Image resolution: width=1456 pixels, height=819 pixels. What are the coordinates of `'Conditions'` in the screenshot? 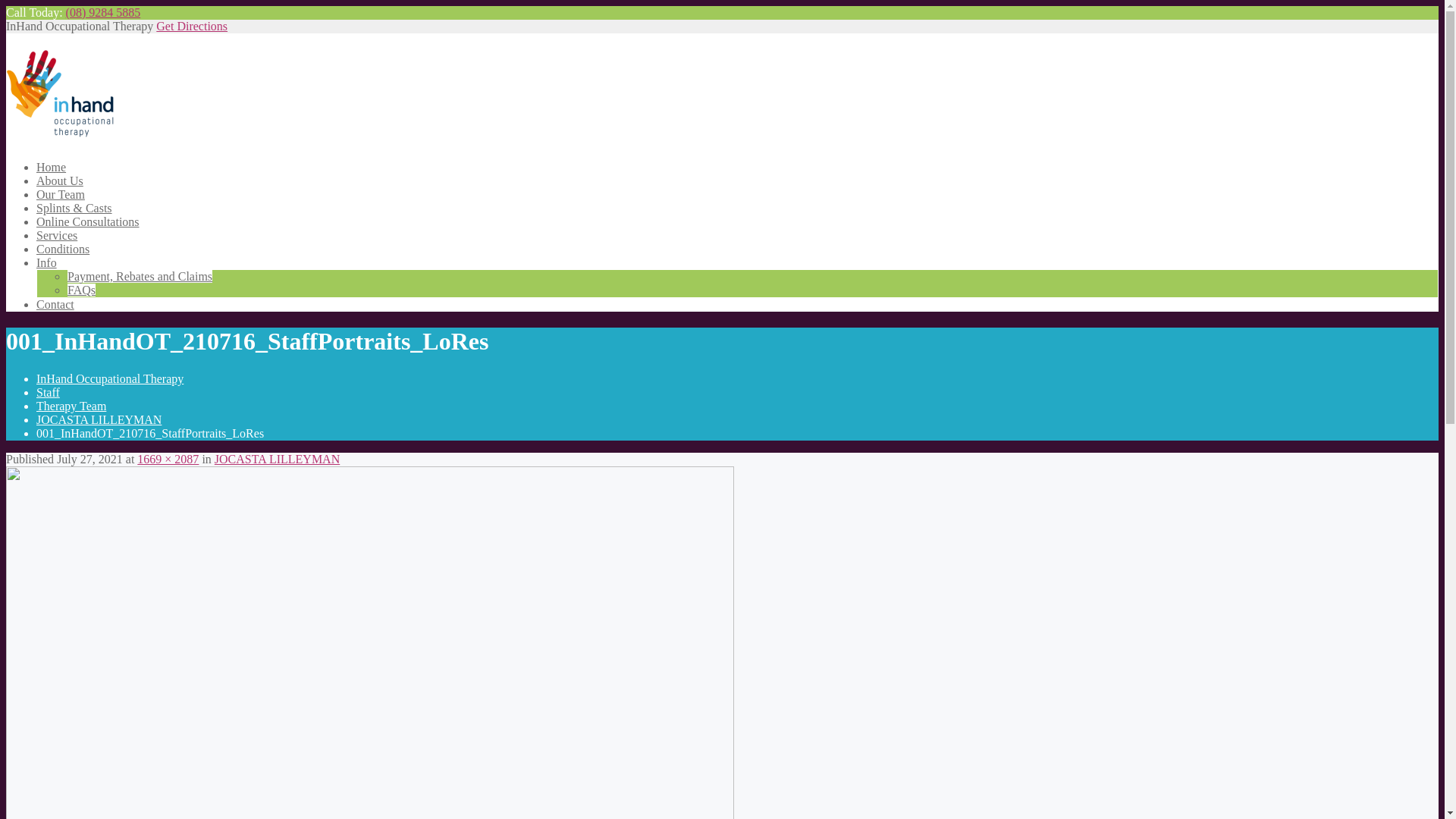 It's located at (61, 248).